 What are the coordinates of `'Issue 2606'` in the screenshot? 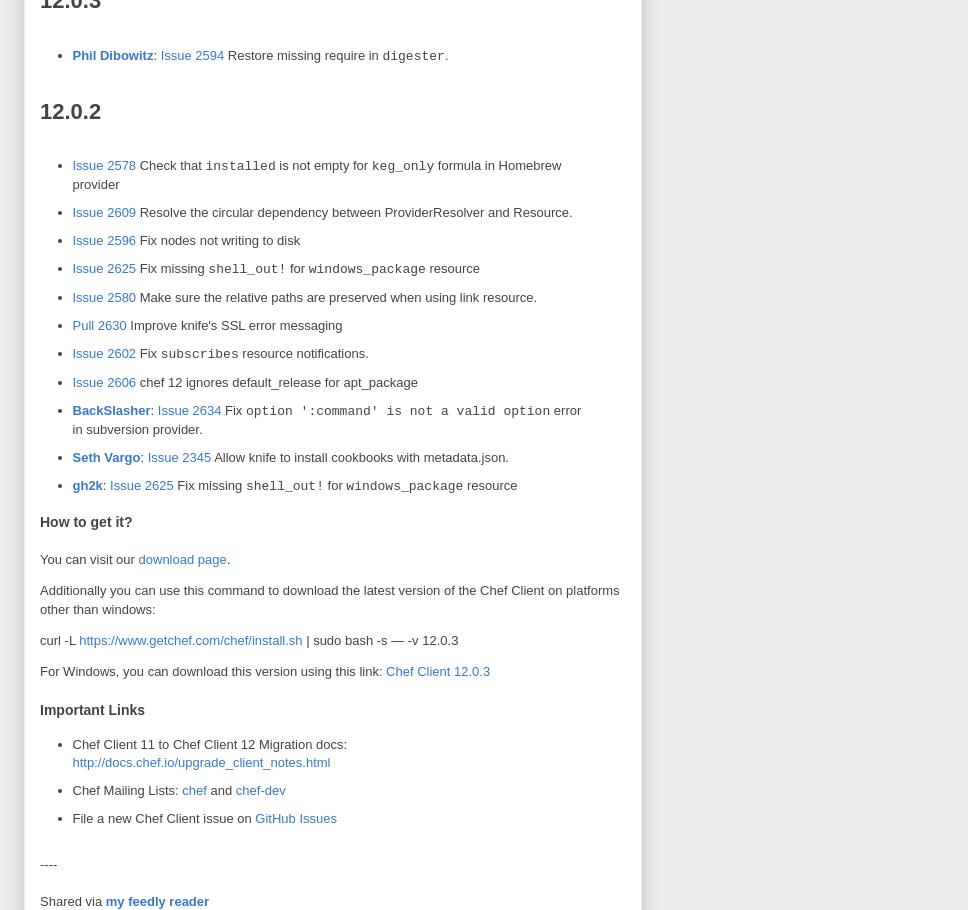 It's located at (103, 381).